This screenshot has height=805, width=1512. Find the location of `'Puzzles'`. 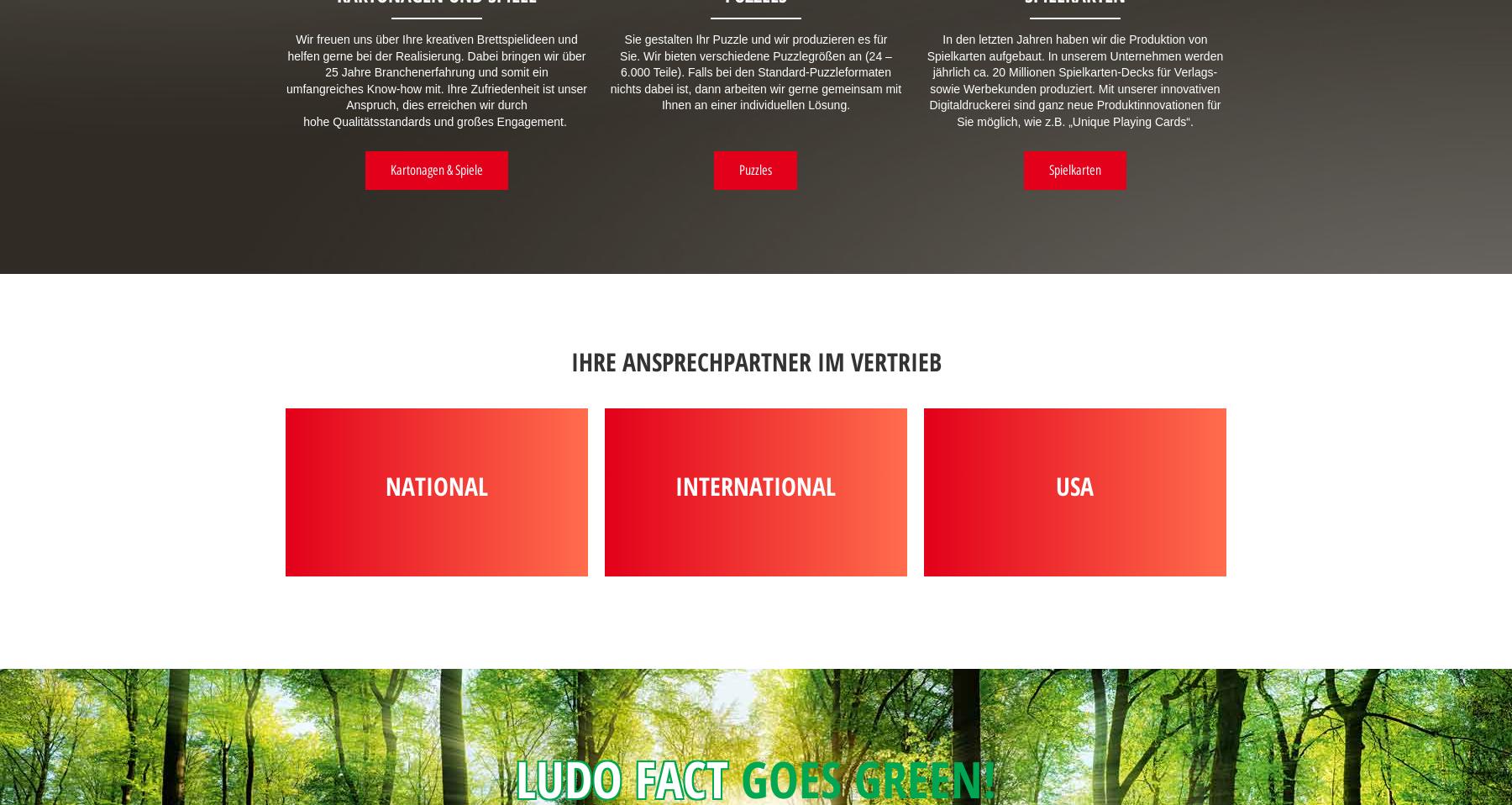

'Puzzles' is located at coordinates (755, 168).